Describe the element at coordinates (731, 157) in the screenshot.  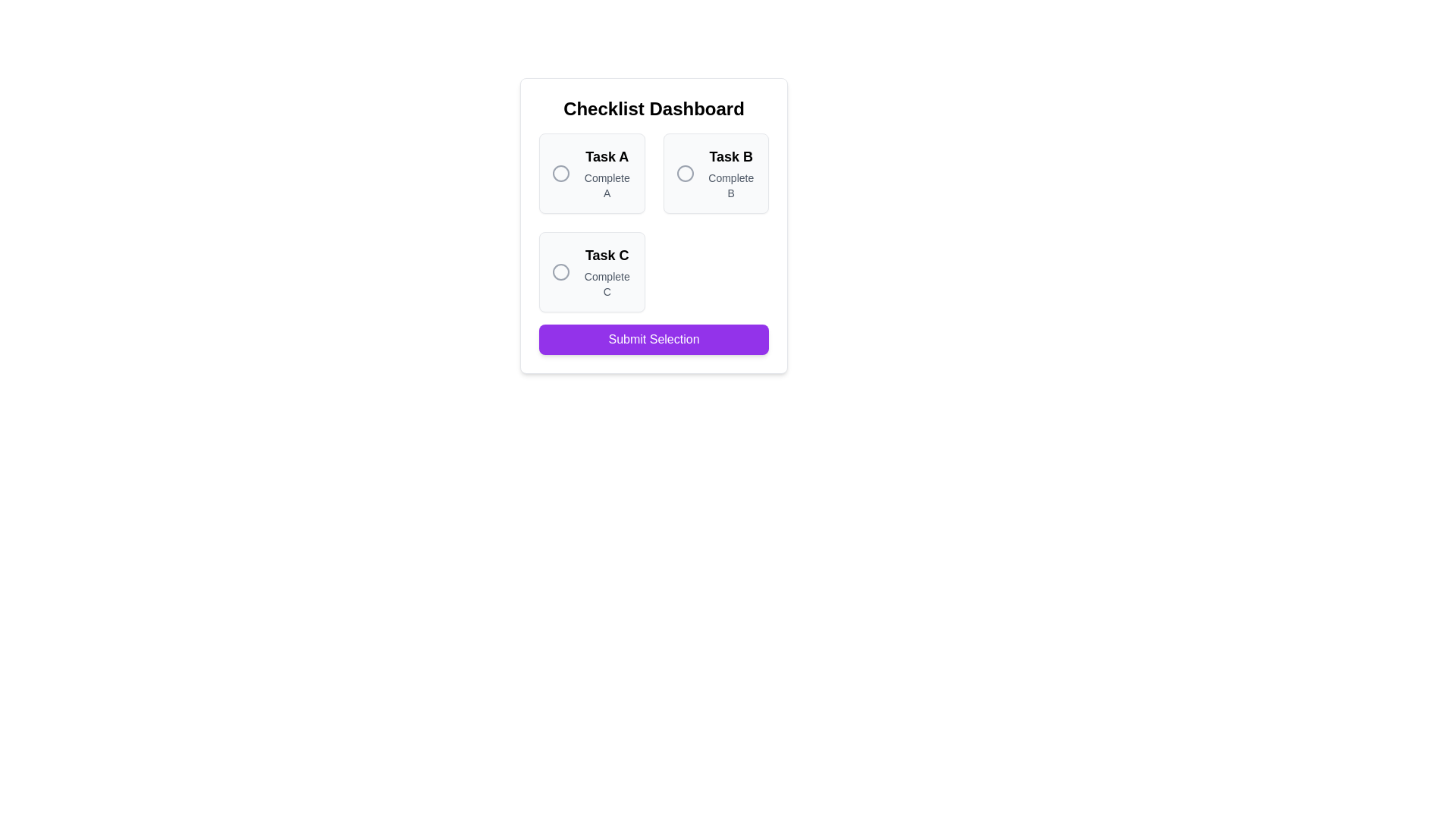
I see `the text header displaying 'Task B', which is located in the upper right section of the checklist interface within a card layout` at that location.